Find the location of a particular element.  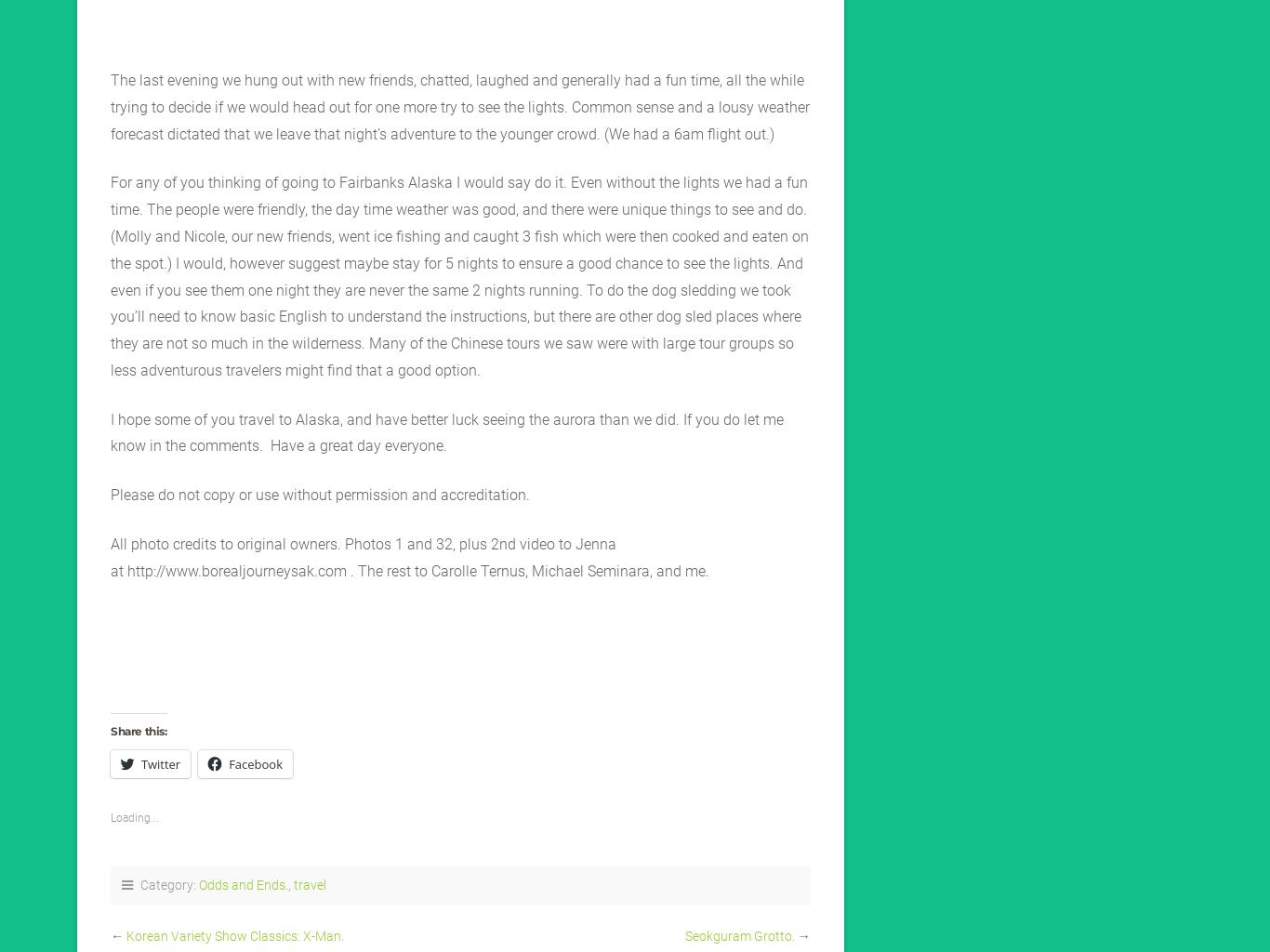

'I hope some of you travel to Alaska, and have better luck seeing the aurora than we did. If you do let me know in the comments.  Have a great day everyone.' is located at coordinates (109, 430).